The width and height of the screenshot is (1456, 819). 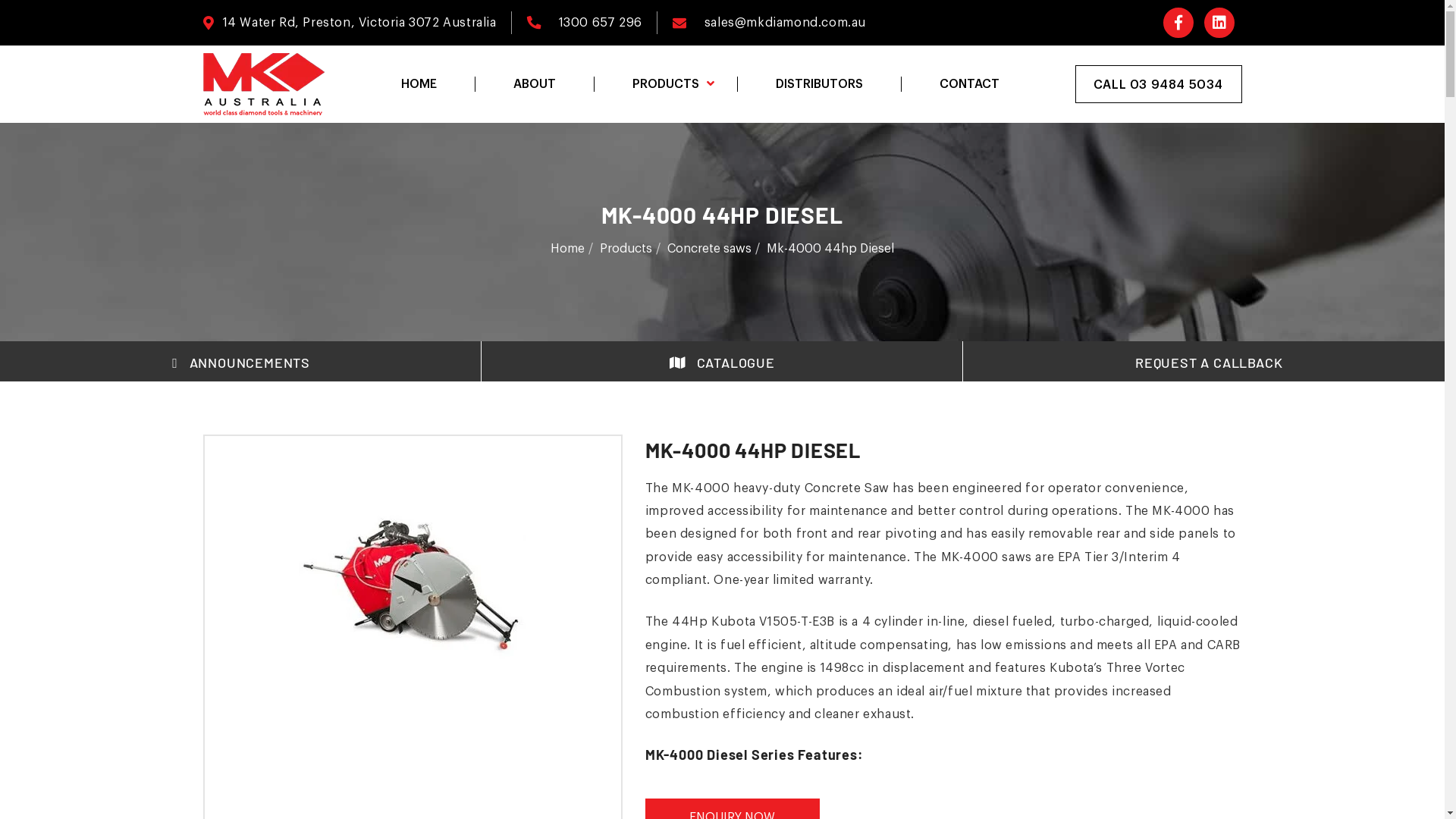 I want to click on '1300 657 296', so click(x=599, y=23).